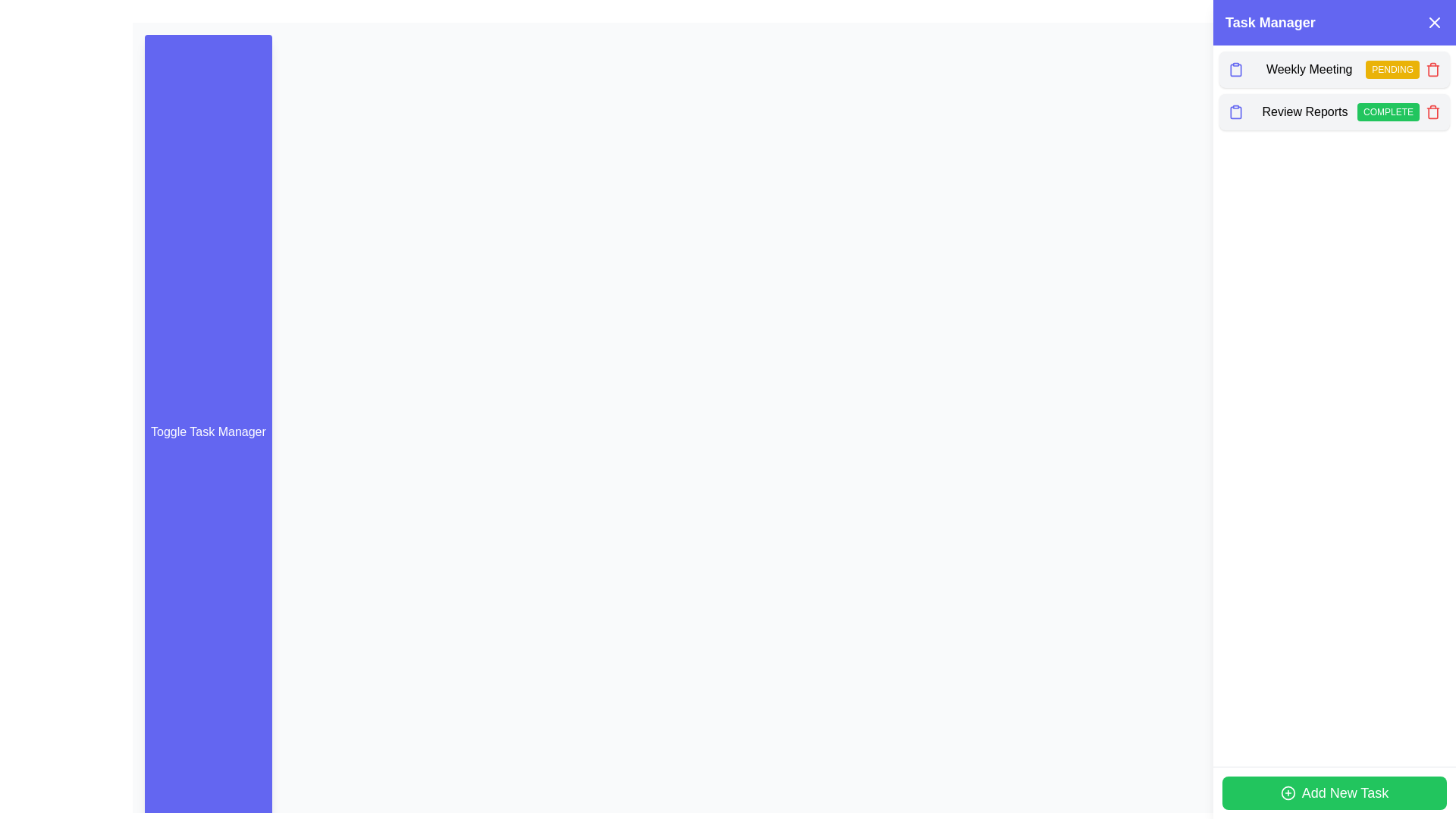 Image resolution: width=1456 pixels, height=819 pixels. I want to click on the first task item in the 'Task Manager' list, which displays the text 'Weekly Meeting' with a yellow 'PENDING' badge, so click(1335, 70).